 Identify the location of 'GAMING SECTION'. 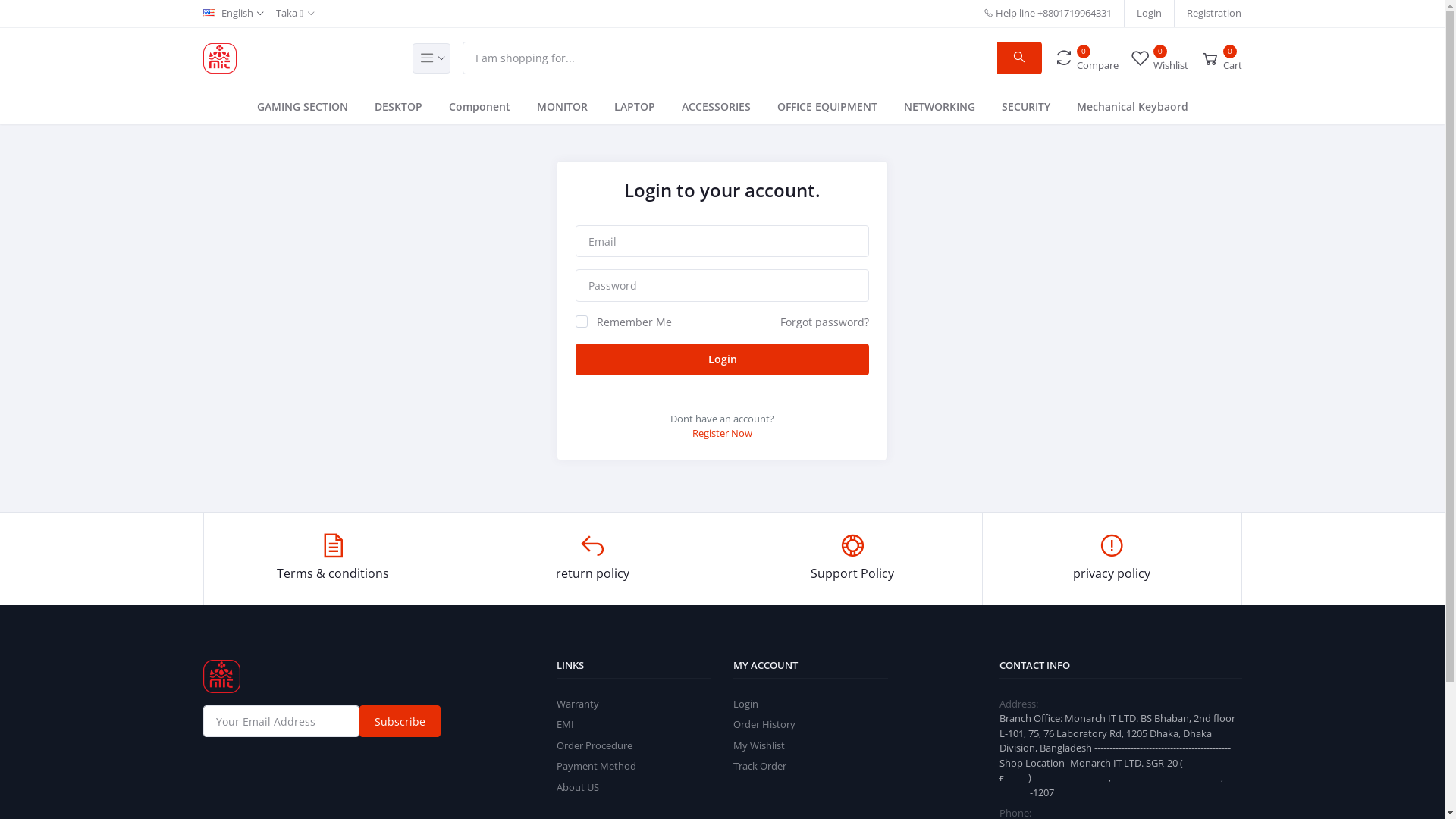
(302, 105).